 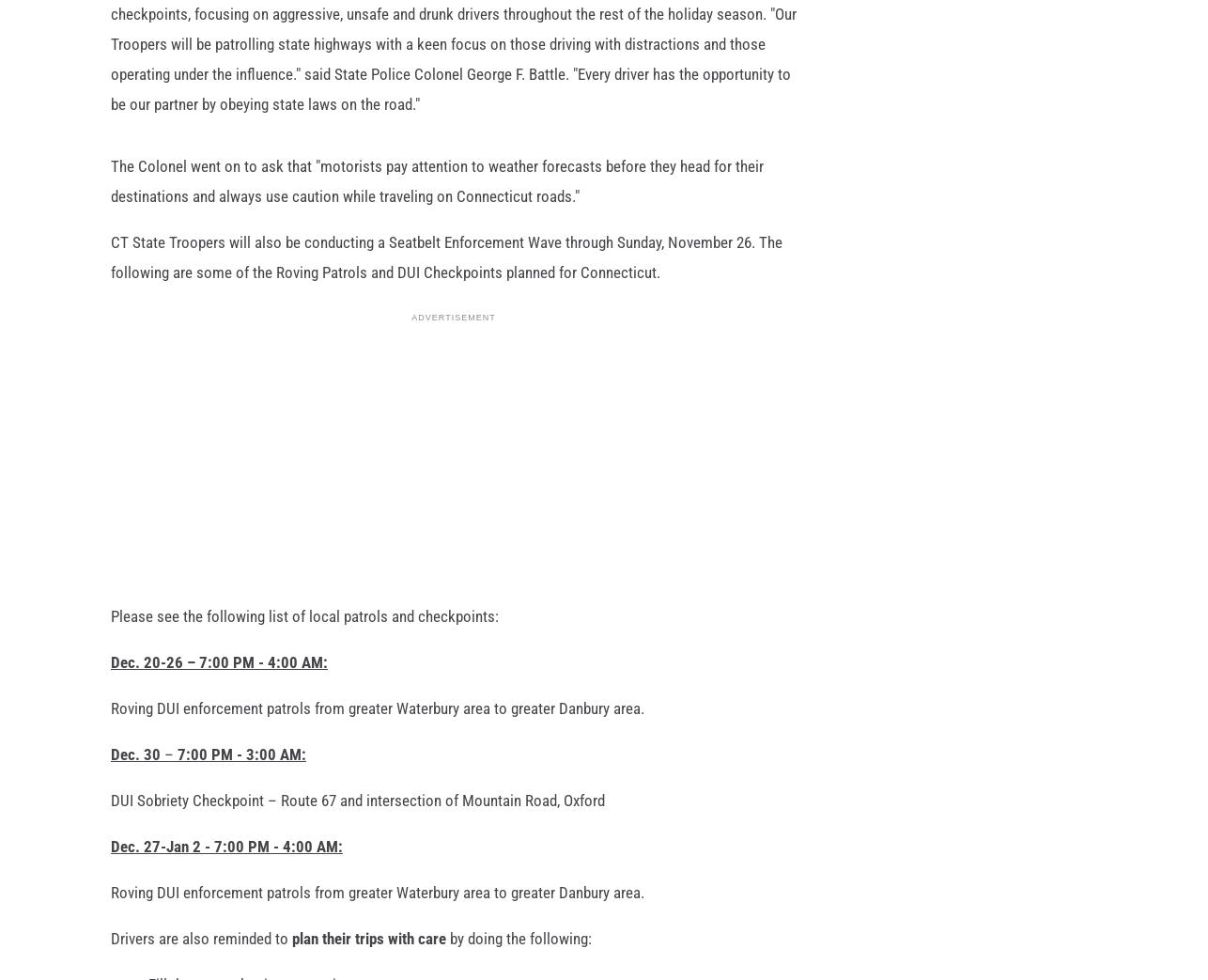 I want to click on 'Drivers are also reminded to', so click(x=111, y=951).